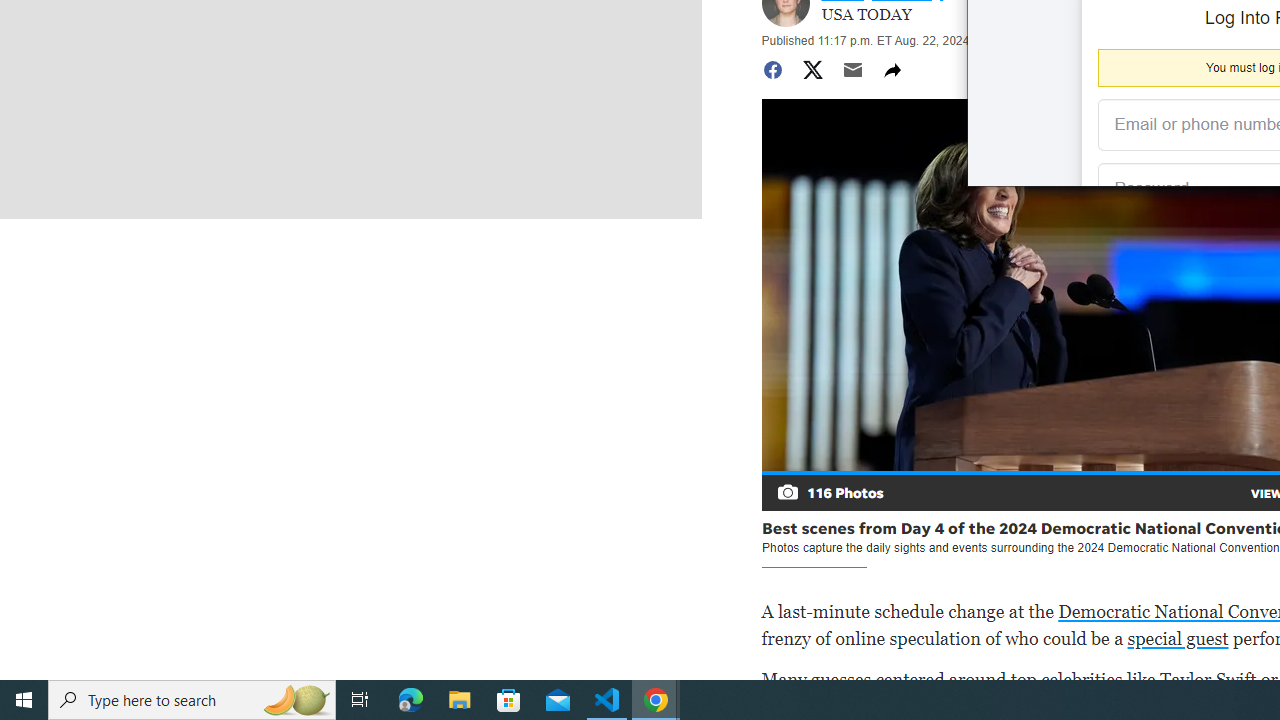 Image resolution: width=1280 pixels, height=720 pixels. What do you see at coordinates (192, 698) in the screenshot?
I see `'Type here to search'` at bounding box center [192, 698].